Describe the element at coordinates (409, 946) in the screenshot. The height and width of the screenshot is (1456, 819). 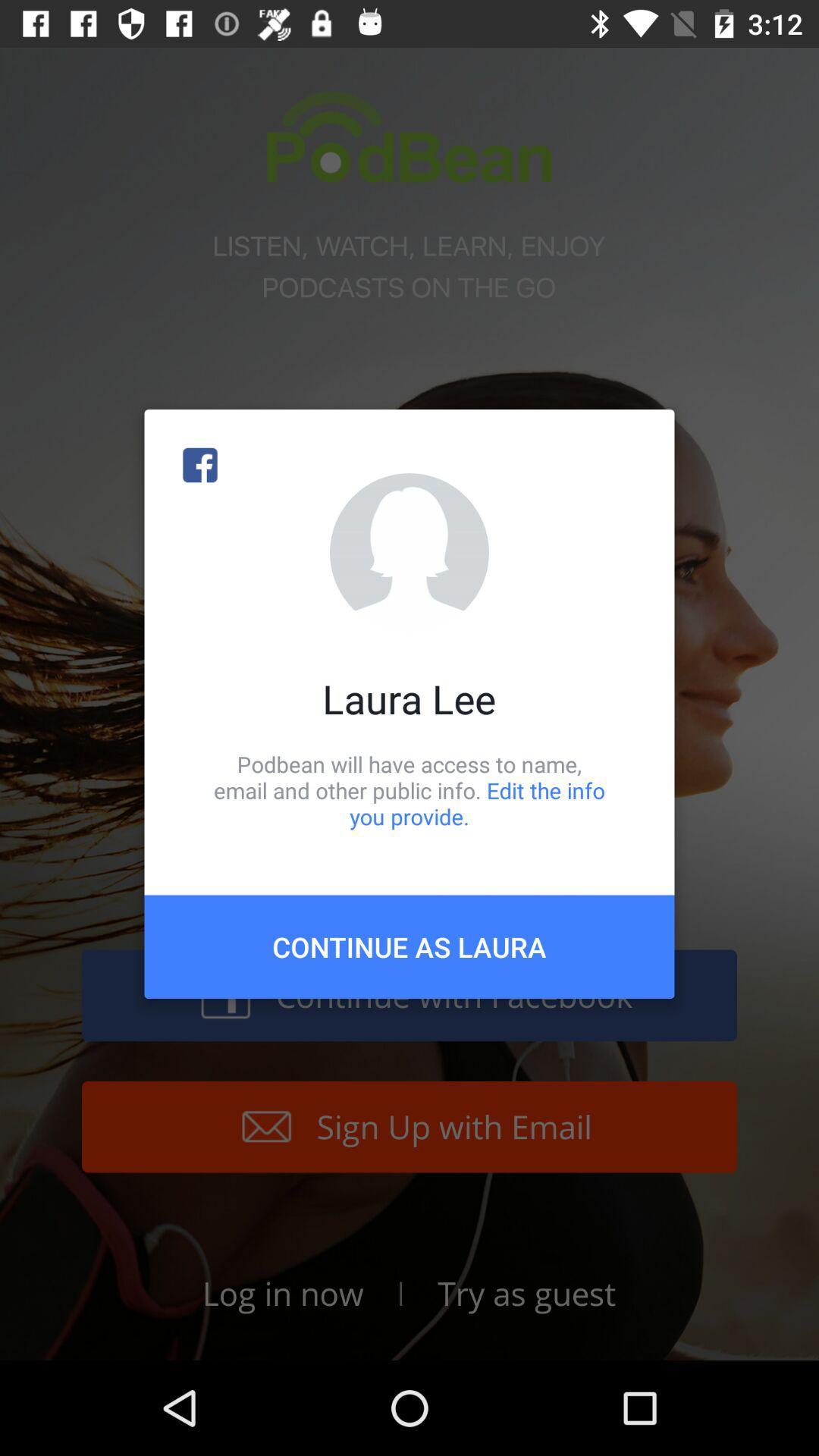
I see `continue as laura` at that location.